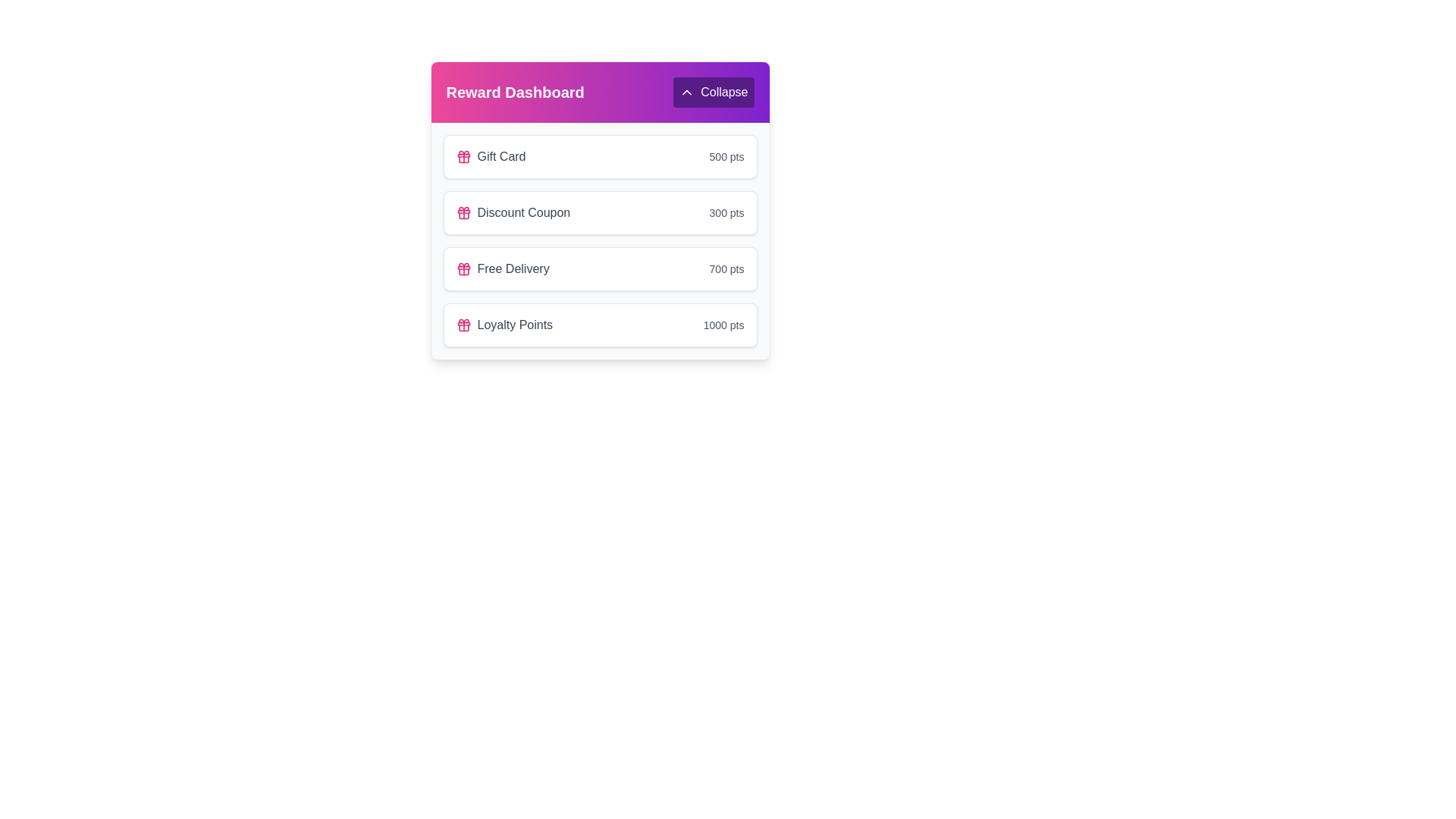  Describe the element at coordinates (726, 213) in the screenshot. I see `the text label displaying '300 pts', which is a point value label in the reward system interface and is aligned with 'Discount Coupon'` at that location.